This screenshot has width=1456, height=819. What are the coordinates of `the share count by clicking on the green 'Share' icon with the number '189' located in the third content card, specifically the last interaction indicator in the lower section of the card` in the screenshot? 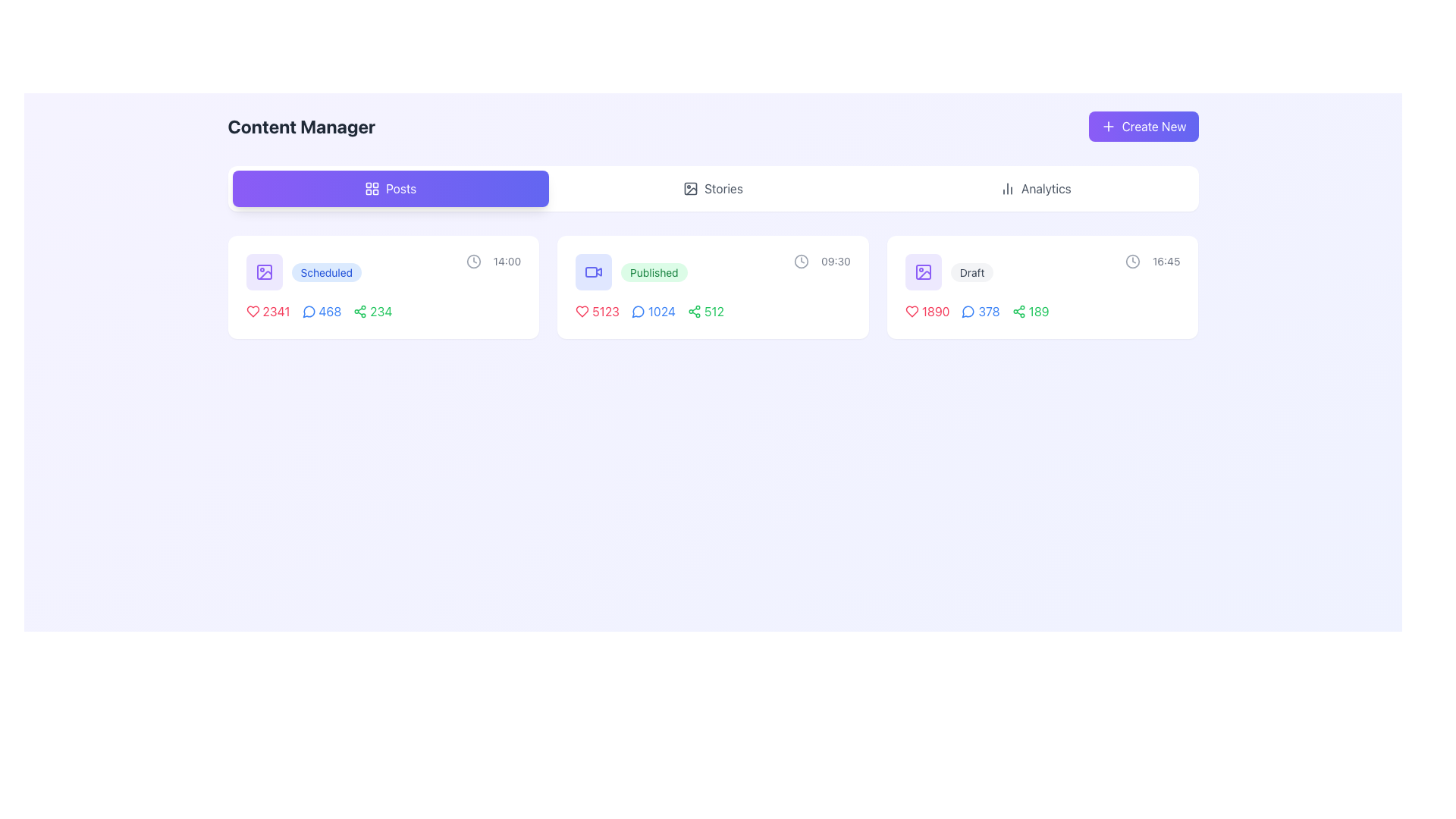 It's located at (1030, 311).